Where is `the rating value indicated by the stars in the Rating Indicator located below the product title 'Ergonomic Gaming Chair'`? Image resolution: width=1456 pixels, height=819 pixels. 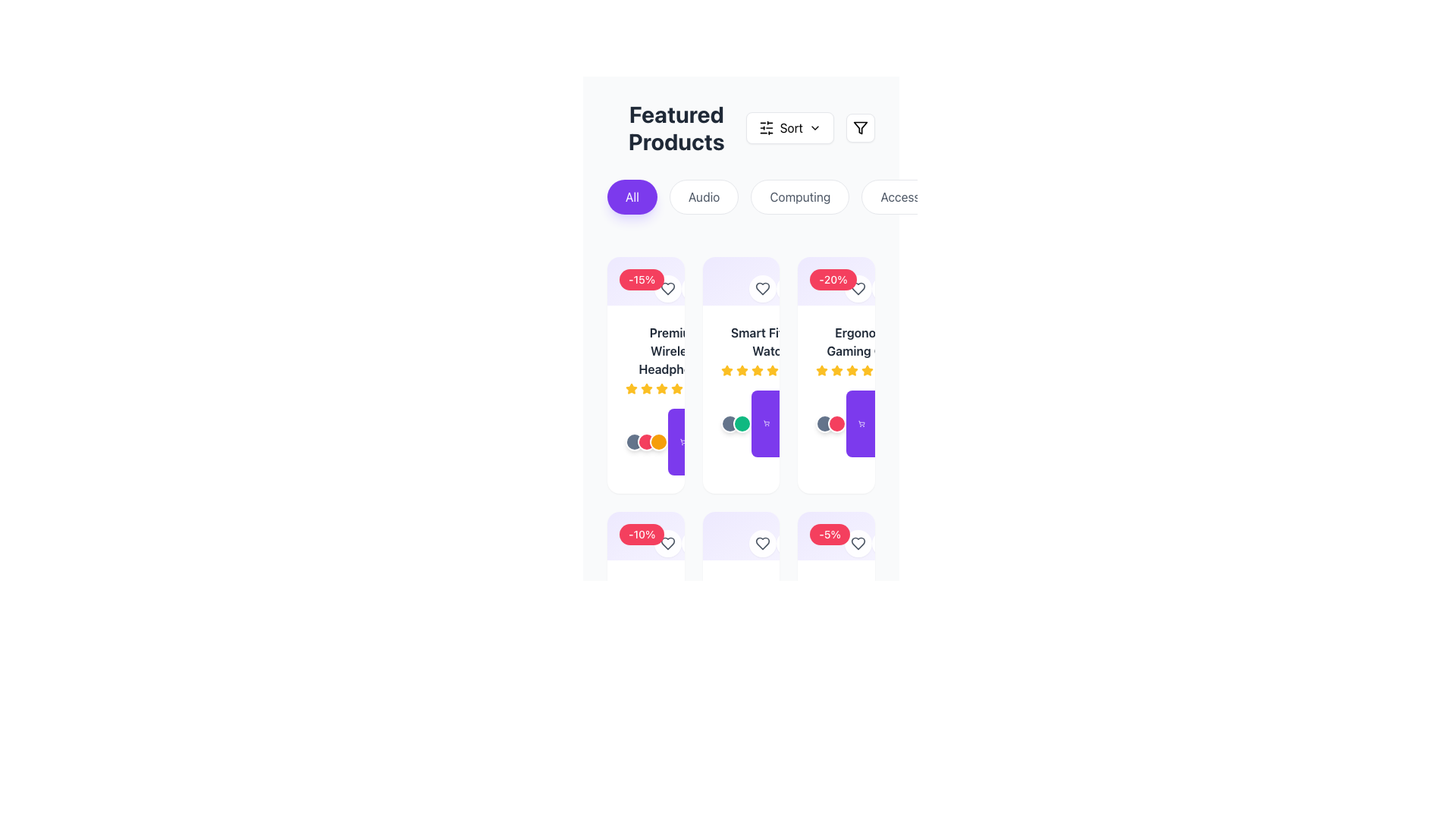 the rating value indicated by the stars in the Rating Indicator located below the product title 'Ergonomic Gaming Chair' is located at coordinates (865, 371).